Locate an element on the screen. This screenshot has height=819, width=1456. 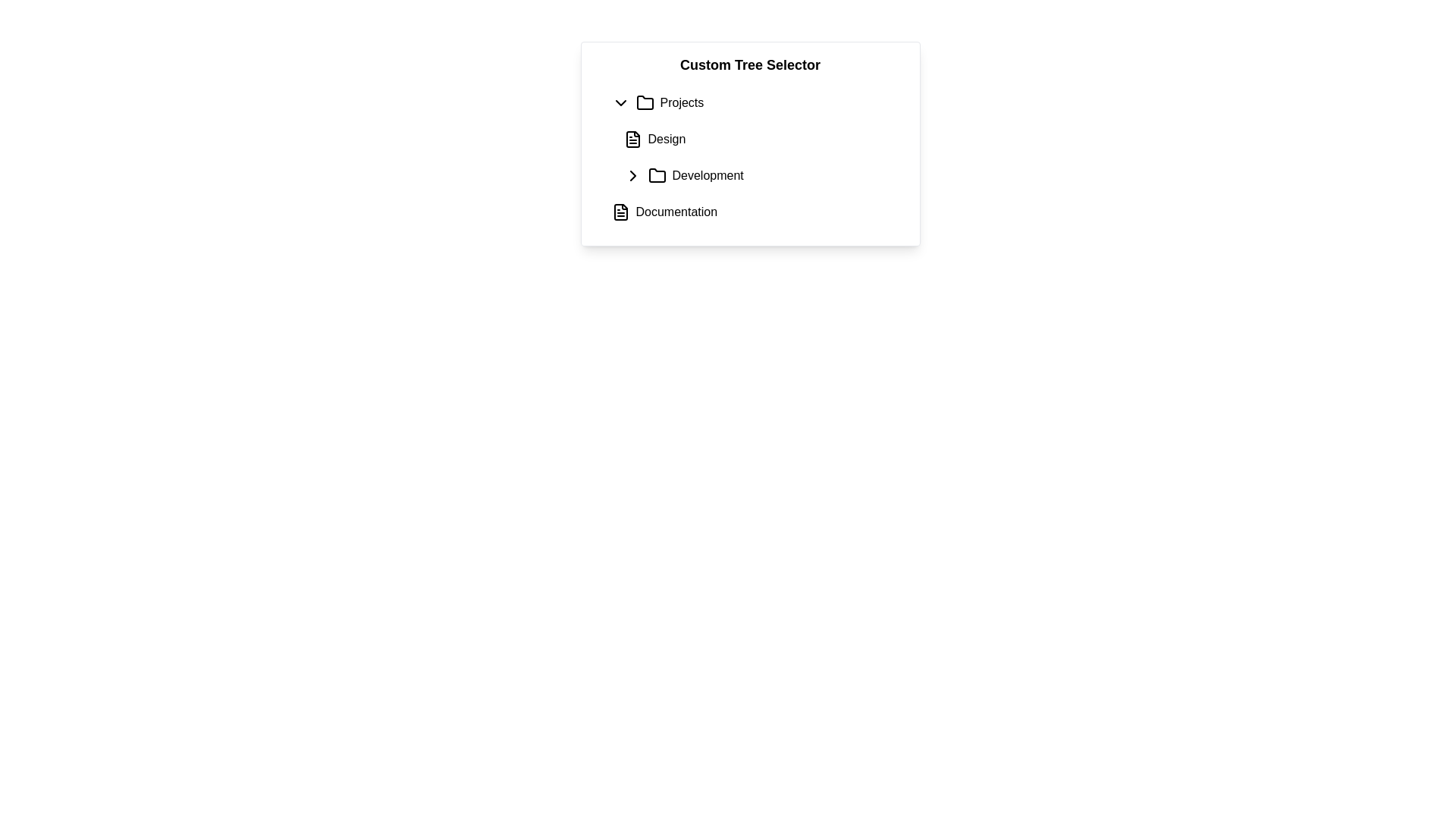
the folder icon representing the 'Development' category in the Projects section of the tree view is located at coordinates (657, 174).